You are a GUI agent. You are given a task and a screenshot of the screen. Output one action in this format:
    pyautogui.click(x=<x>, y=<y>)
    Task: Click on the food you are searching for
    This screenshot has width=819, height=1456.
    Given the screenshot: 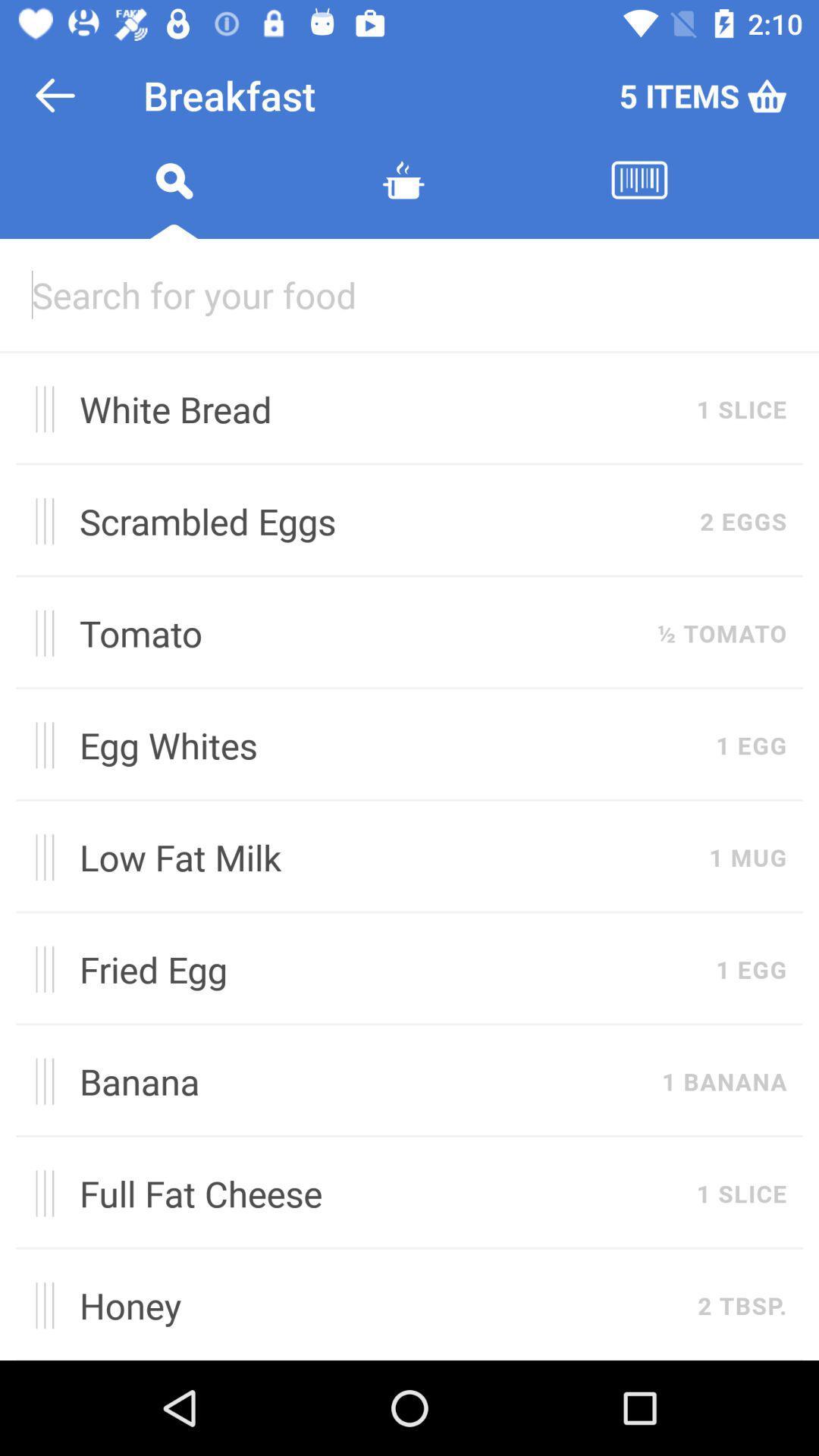 What is the action you would take?
    pyautogui.click(x=409, y=294)
    